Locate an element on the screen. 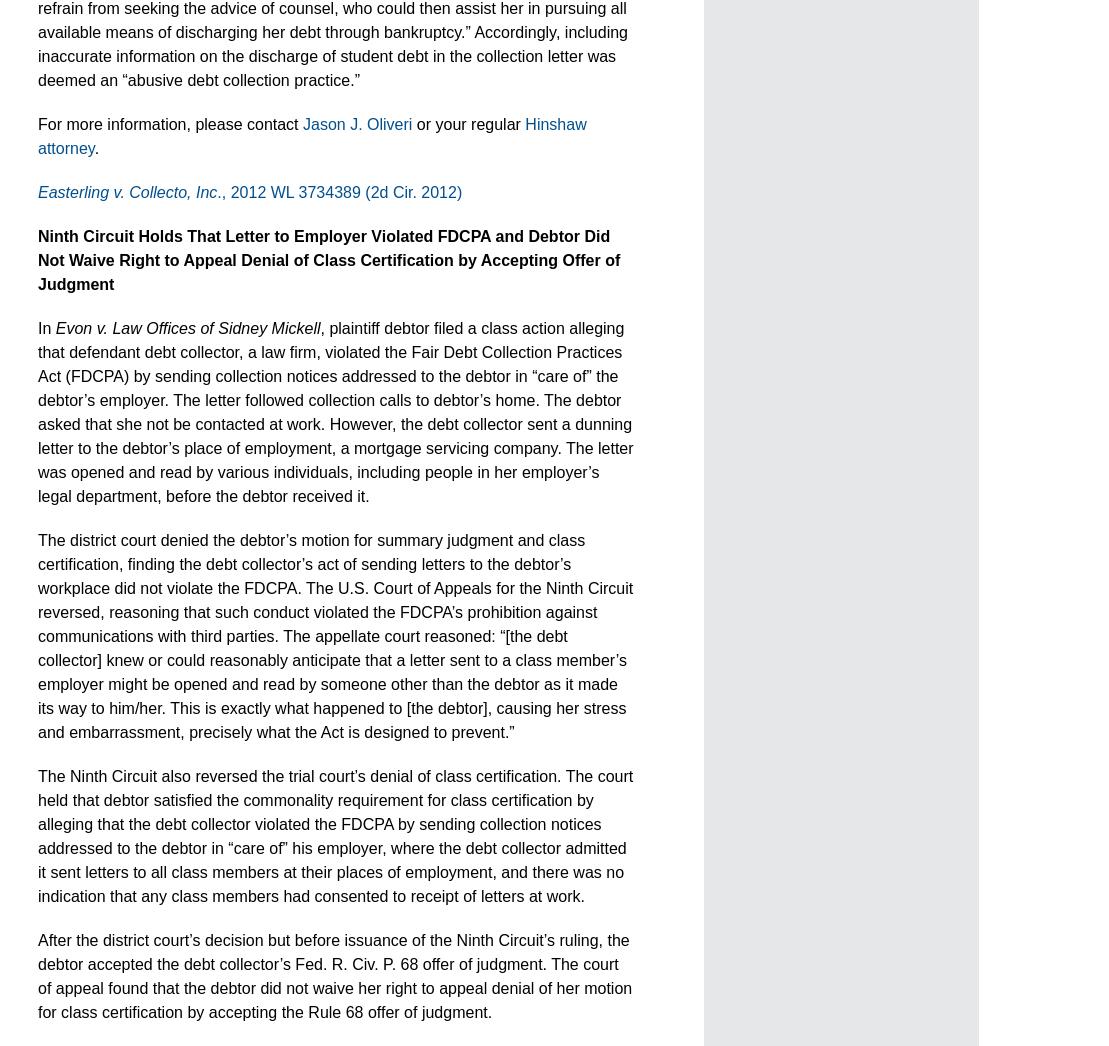 The height and width of the screenshot is (1046, 1109). 'In' is located at coordinates (46, 327).